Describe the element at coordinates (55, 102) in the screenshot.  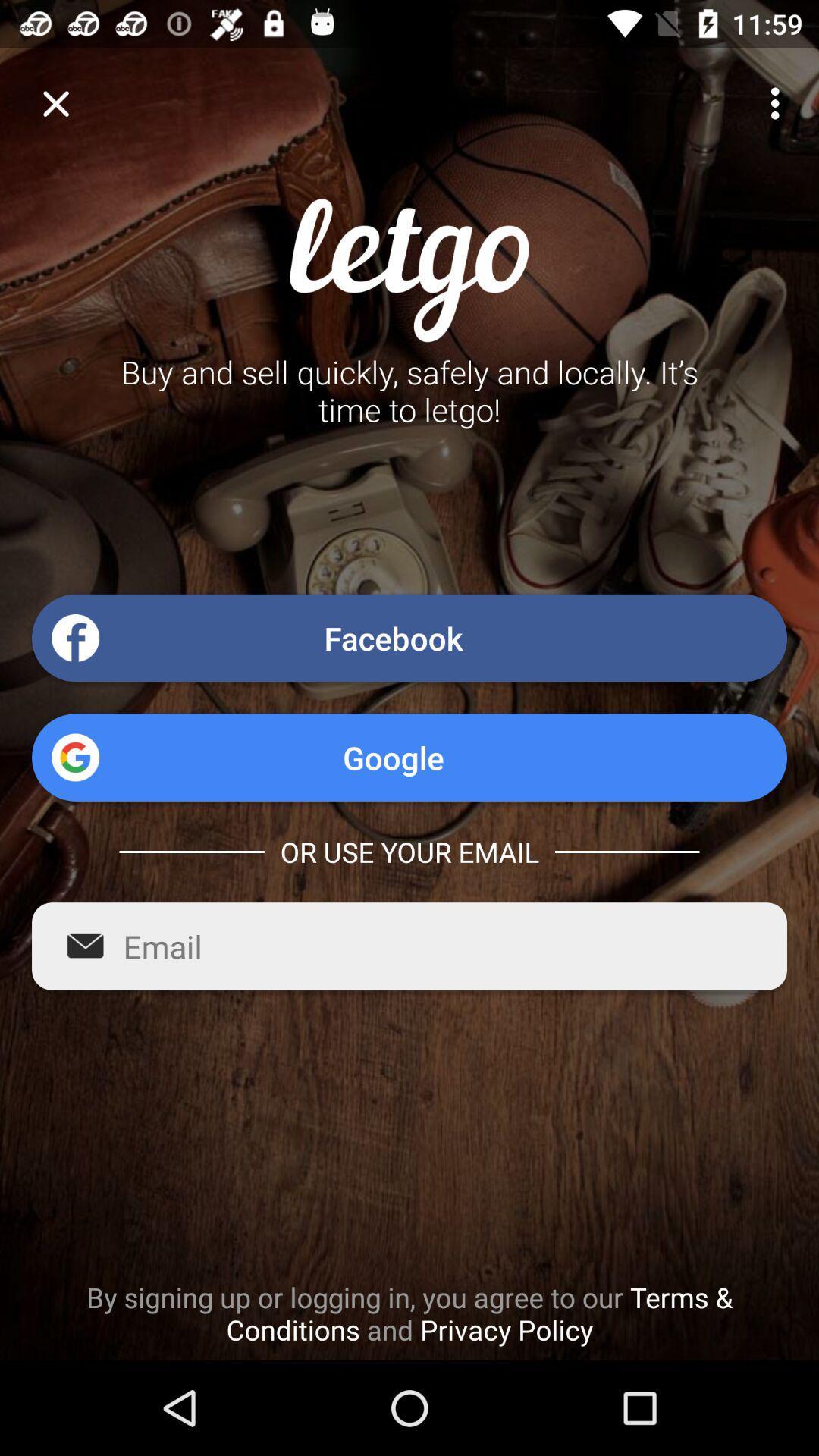
I see `page x` at that location.